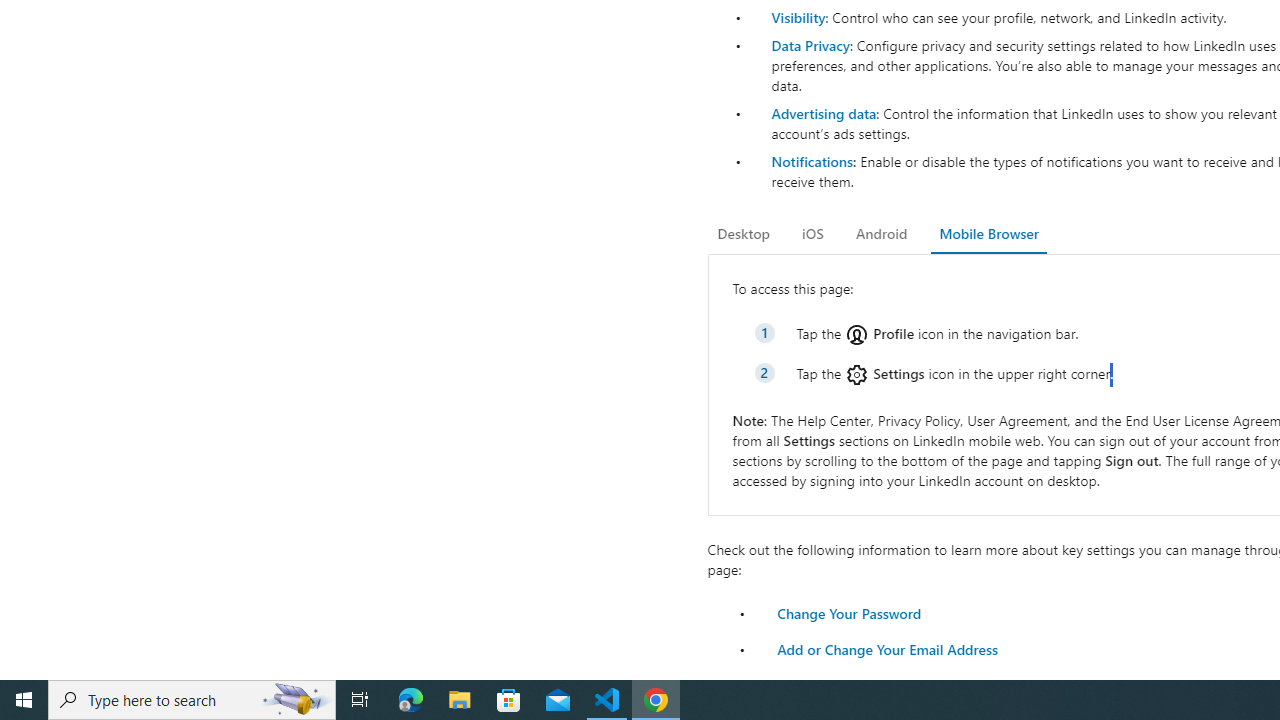 The width and height of the screenshot is (1280, 720). What do you see at coordinates (811, 160) in the screenshot?
I see `'Notifications'` at bounding box center [811, 160].